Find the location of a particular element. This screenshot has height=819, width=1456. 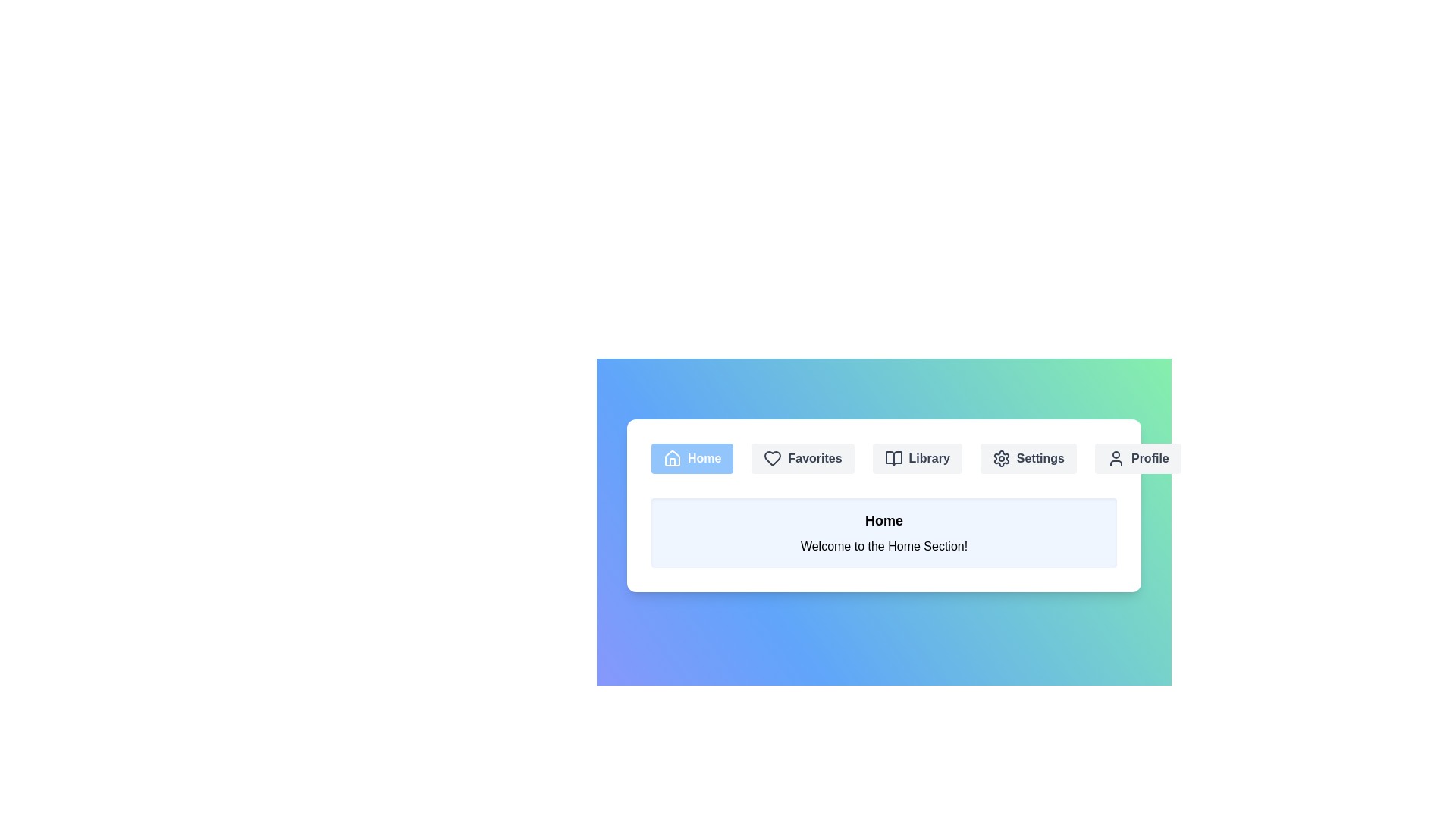

the heart-shaped icon in the navigation bar, which is the second icon from the left next to the 'Home' button, to focus on it is located at coordinates (773, 458).